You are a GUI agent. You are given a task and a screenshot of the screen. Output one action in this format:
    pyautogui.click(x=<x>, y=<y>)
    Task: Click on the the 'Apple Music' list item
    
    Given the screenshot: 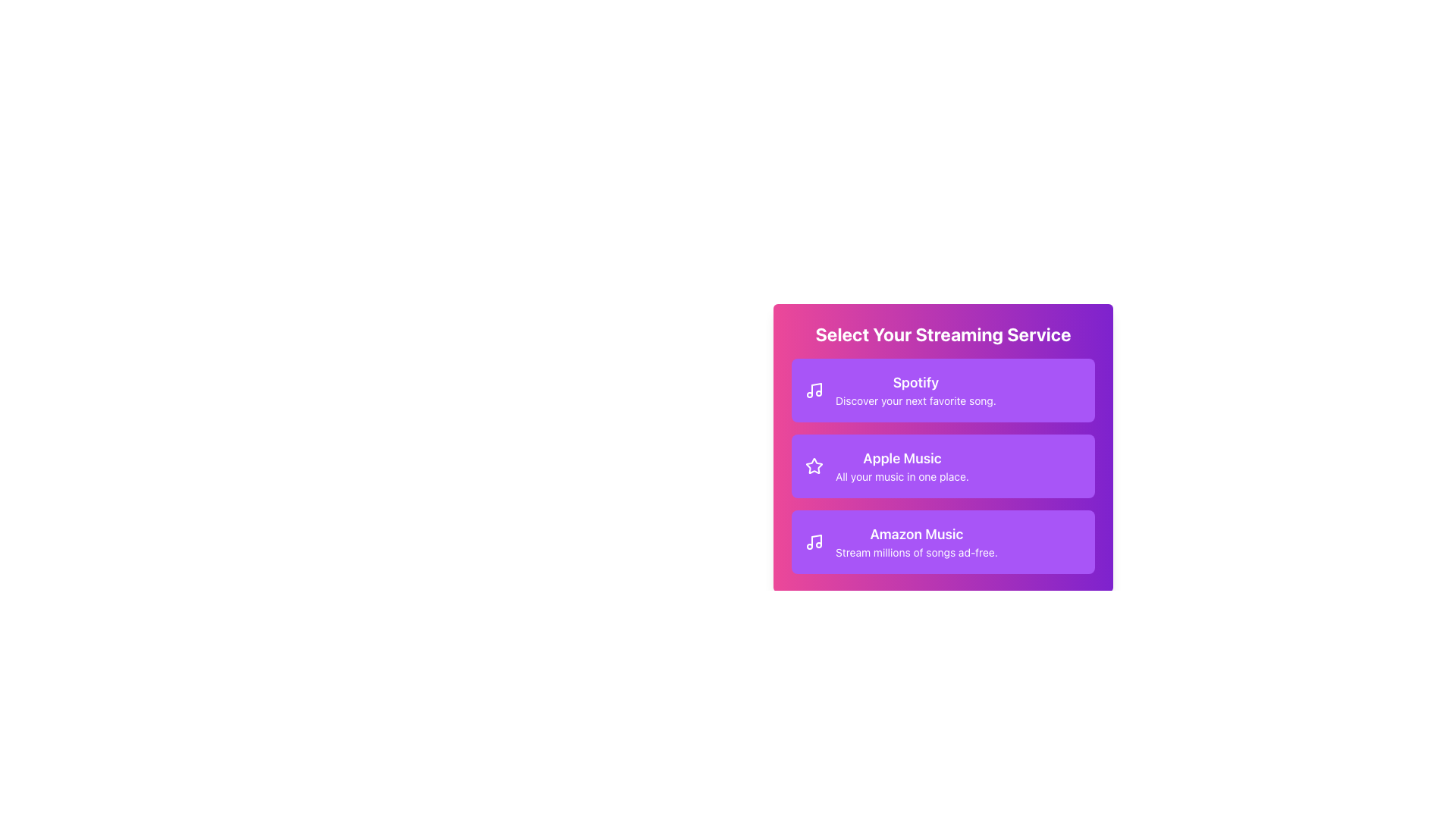 What is the action you would take?
    pyautogui.click(x=902, y=465)
    